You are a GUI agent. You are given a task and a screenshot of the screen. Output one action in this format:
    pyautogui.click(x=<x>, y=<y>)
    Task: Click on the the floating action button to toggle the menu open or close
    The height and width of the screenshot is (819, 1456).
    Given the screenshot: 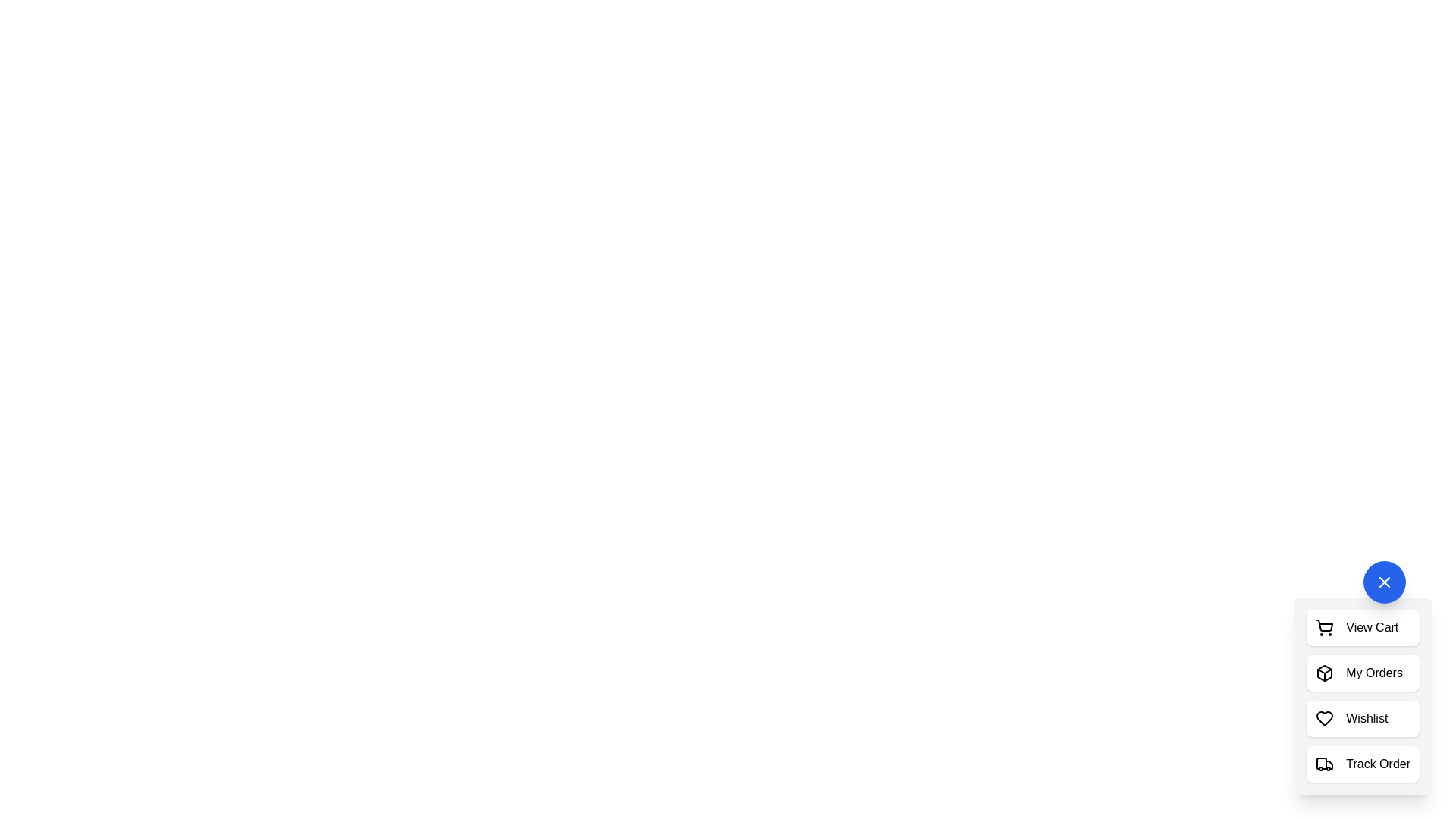 What is the action you would take?
    pyautogui.click(x=1384, y=581)
    